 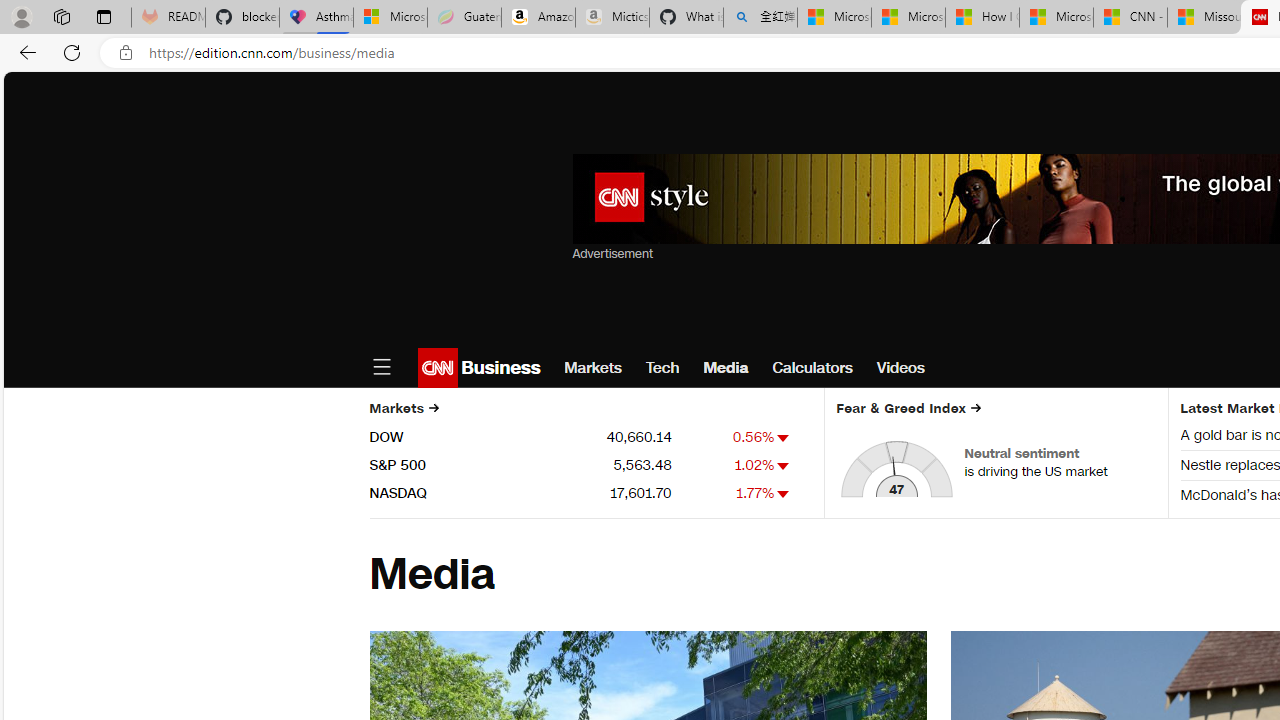 I want to click on 'Videos', so click(x=899, y=367).